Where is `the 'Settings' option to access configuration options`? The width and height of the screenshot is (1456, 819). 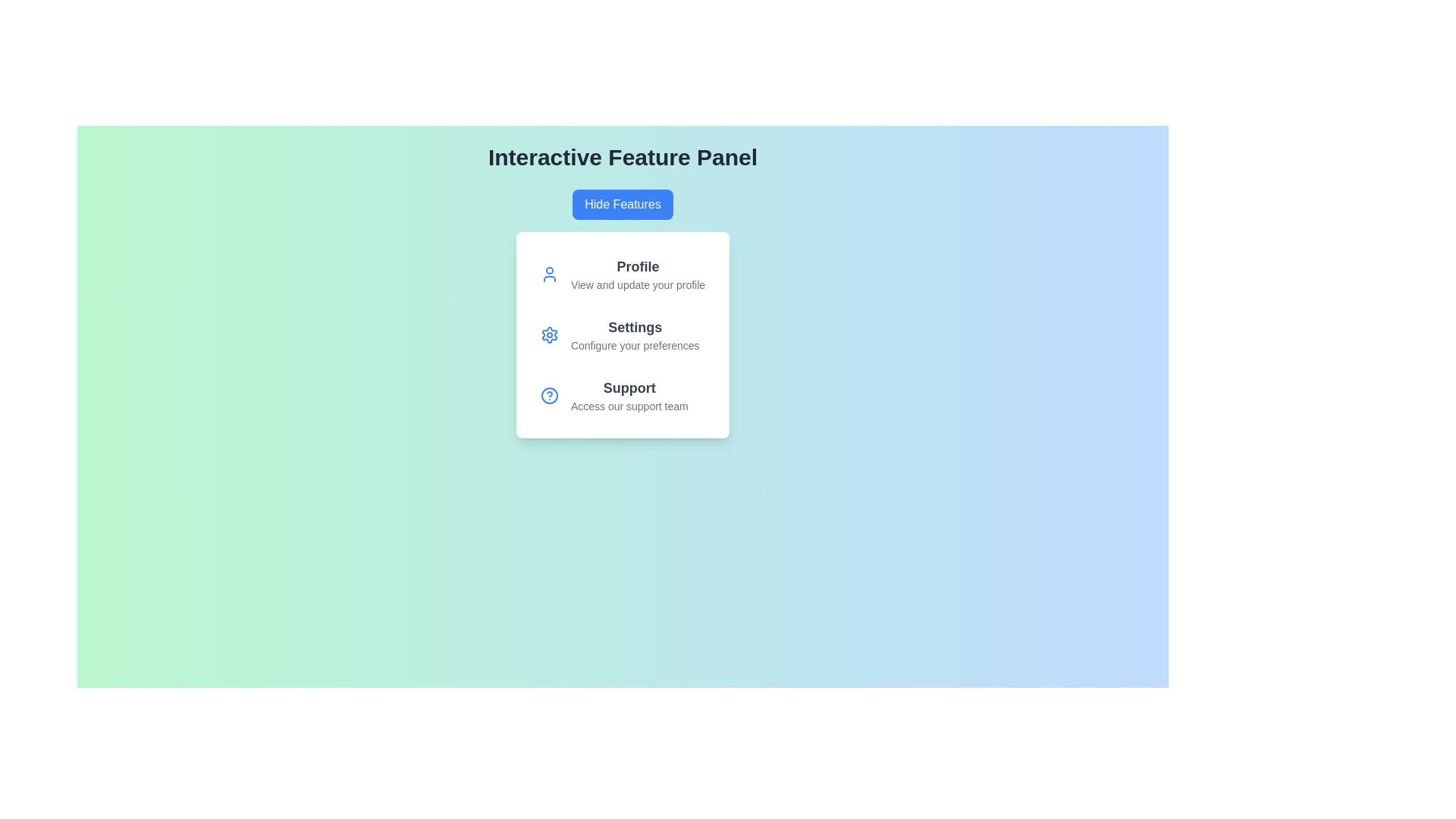 the 'Settings' option to access configuration options is located at coordinates (623, 334).